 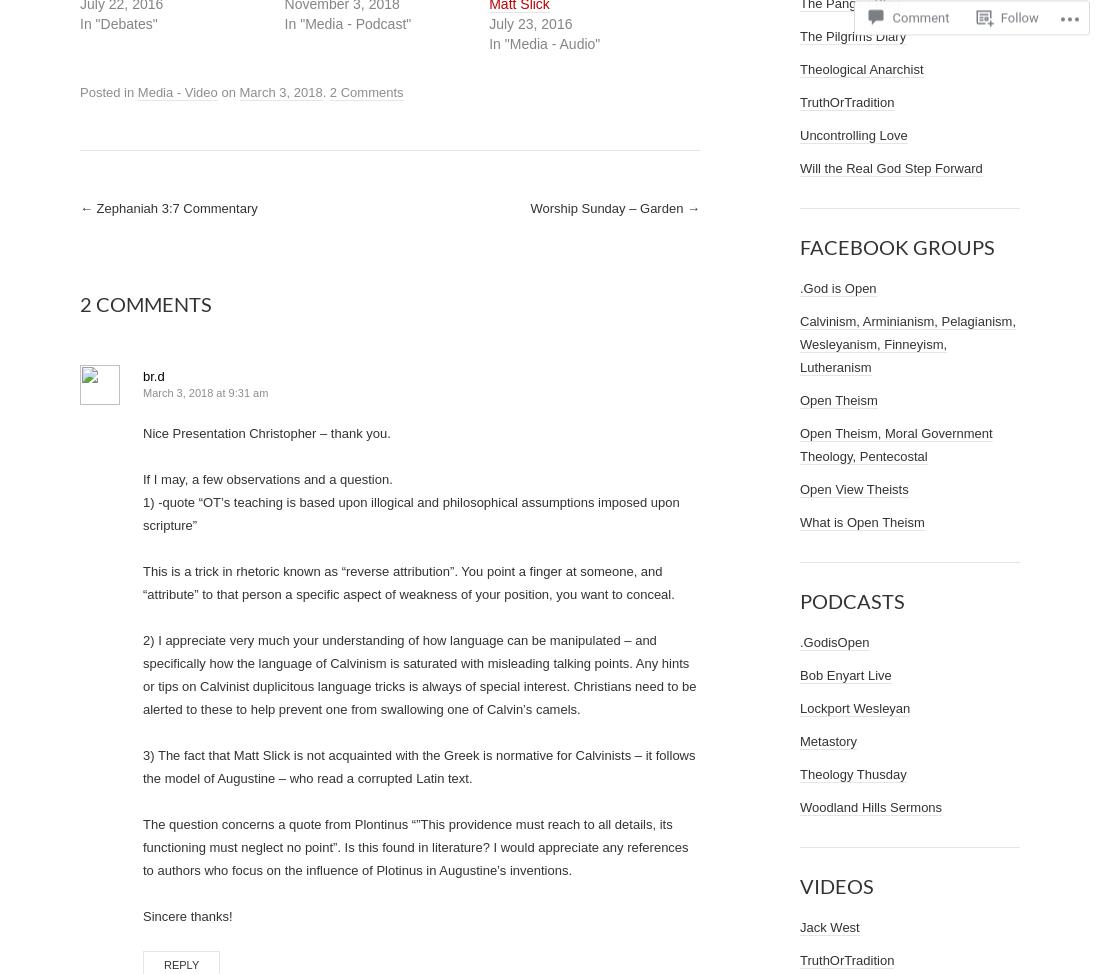 What do you see at coordinates (142, 674) in the screenshot?
I see `'2) I appreciate very much your understanding of how language can be manipulated – and specifically how the language of Calvinism is saturated with misleading talking points.  Any hints or tips on Calvinist duplicitous language tricks is always of special interest.  Christians need to be alerted to these to help prevent one from swallowing one of Calvin’s camels.'` at bounding box center [142, 674].